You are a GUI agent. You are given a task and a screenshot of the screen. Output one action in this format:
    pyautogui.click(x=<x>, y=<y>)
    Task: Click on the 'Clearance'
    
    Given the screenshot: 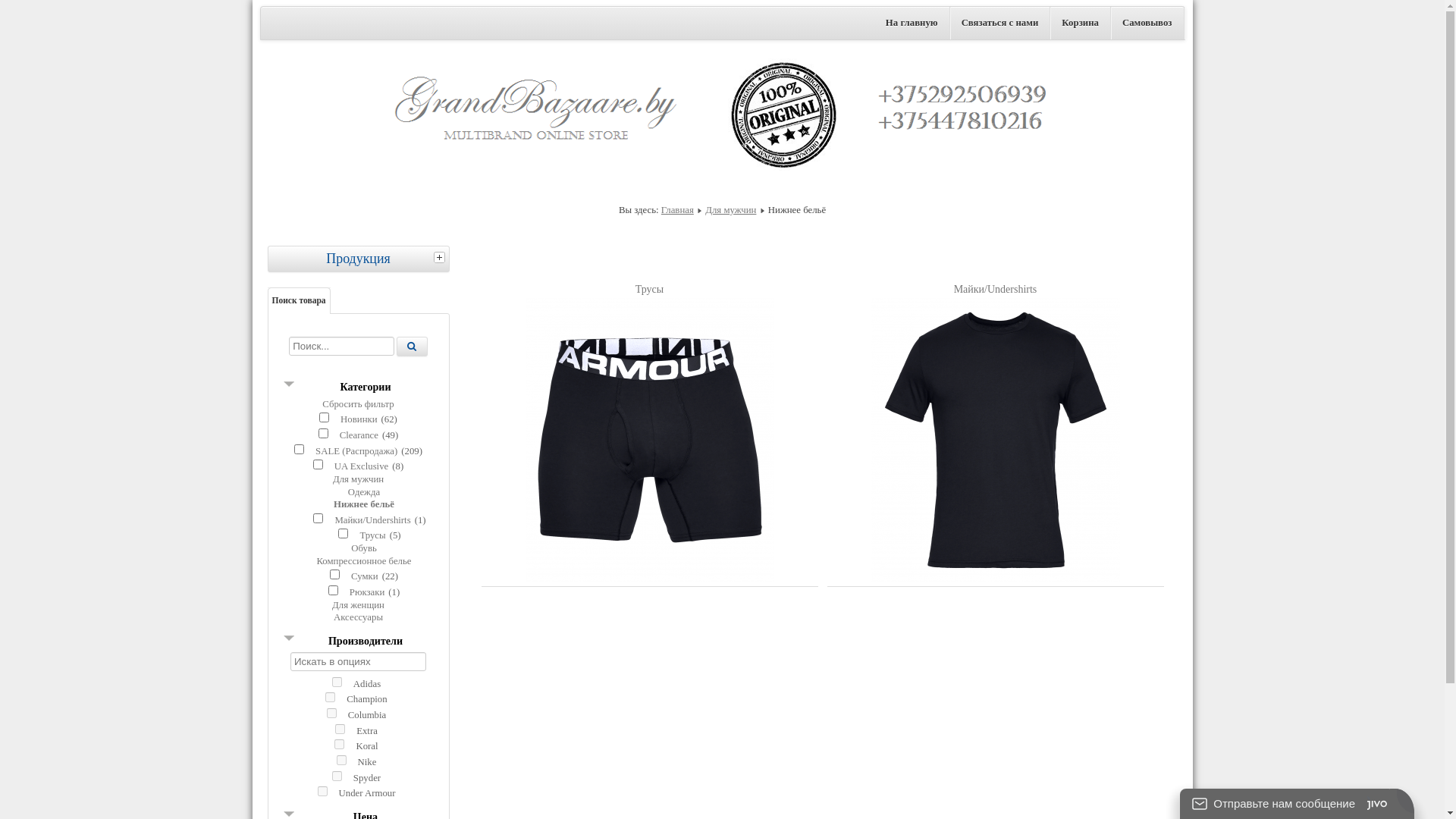 What is the action you would take?
    pyautogui.click(x=358, y=435)
    